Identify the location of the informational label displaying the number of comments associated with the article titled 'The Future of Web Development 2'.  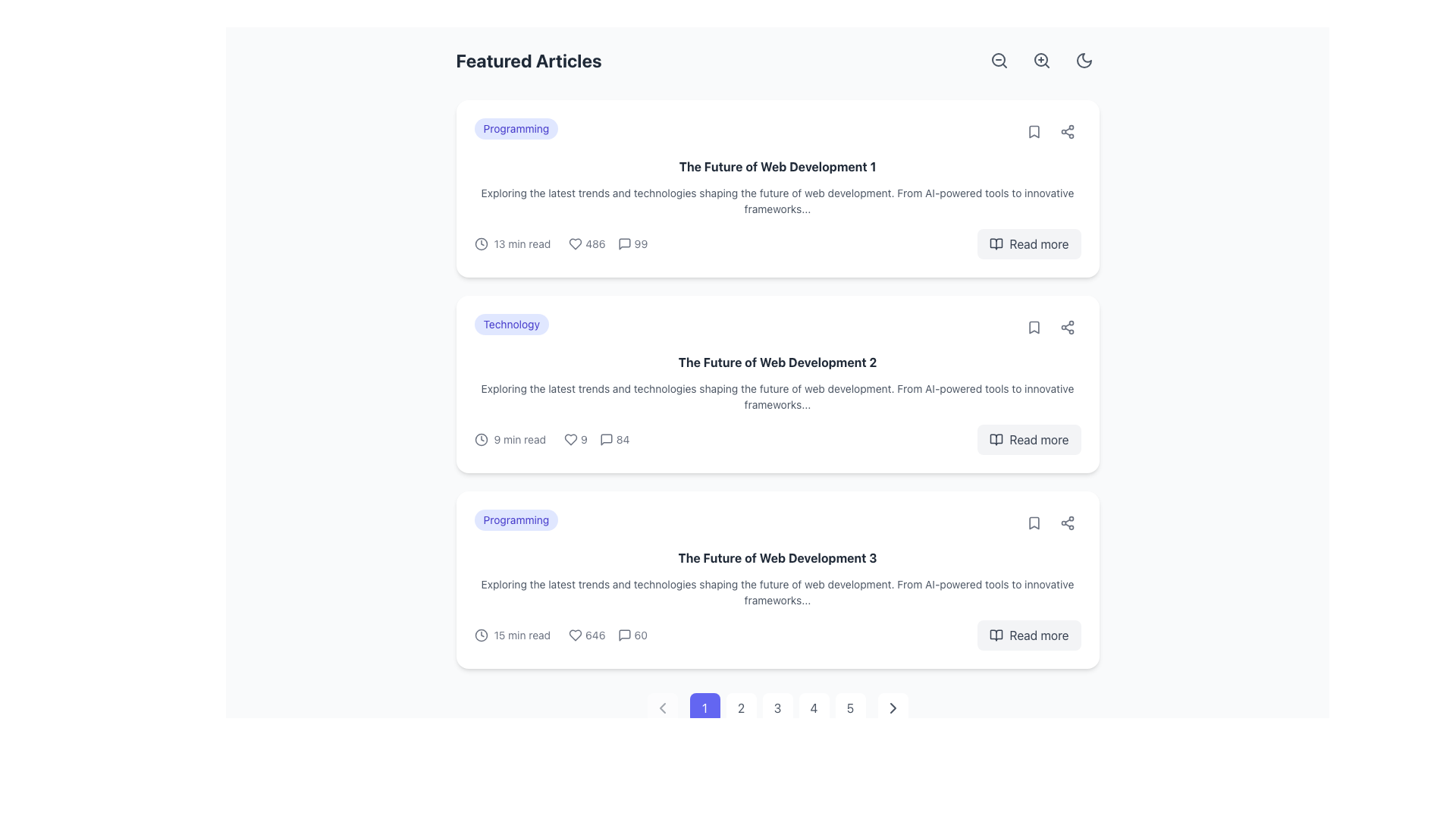
(614, 439).